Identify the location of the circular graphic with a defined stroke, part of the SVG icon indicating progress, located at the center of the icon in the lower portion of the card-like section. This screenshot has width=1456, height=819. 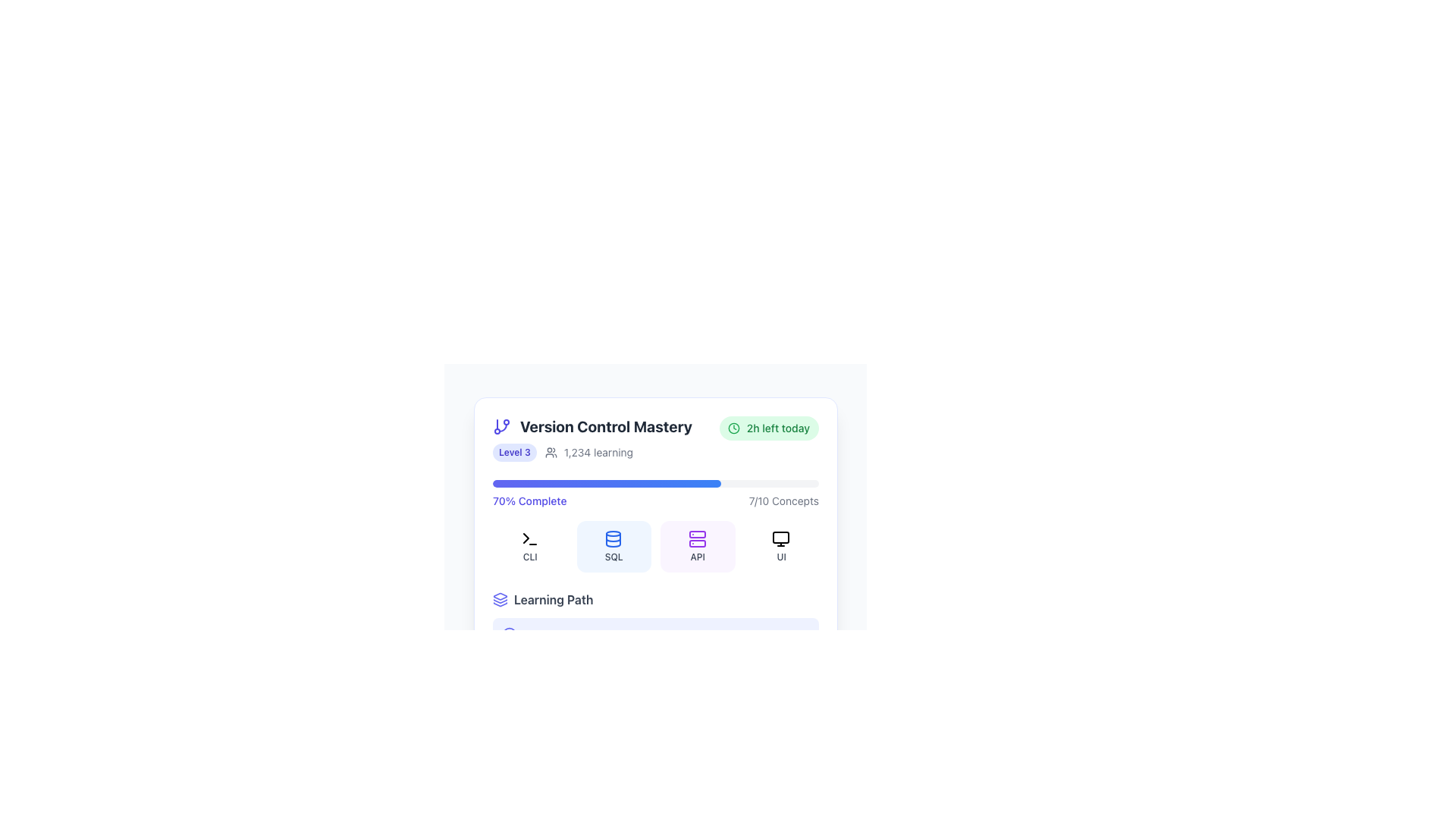
(509, 635).